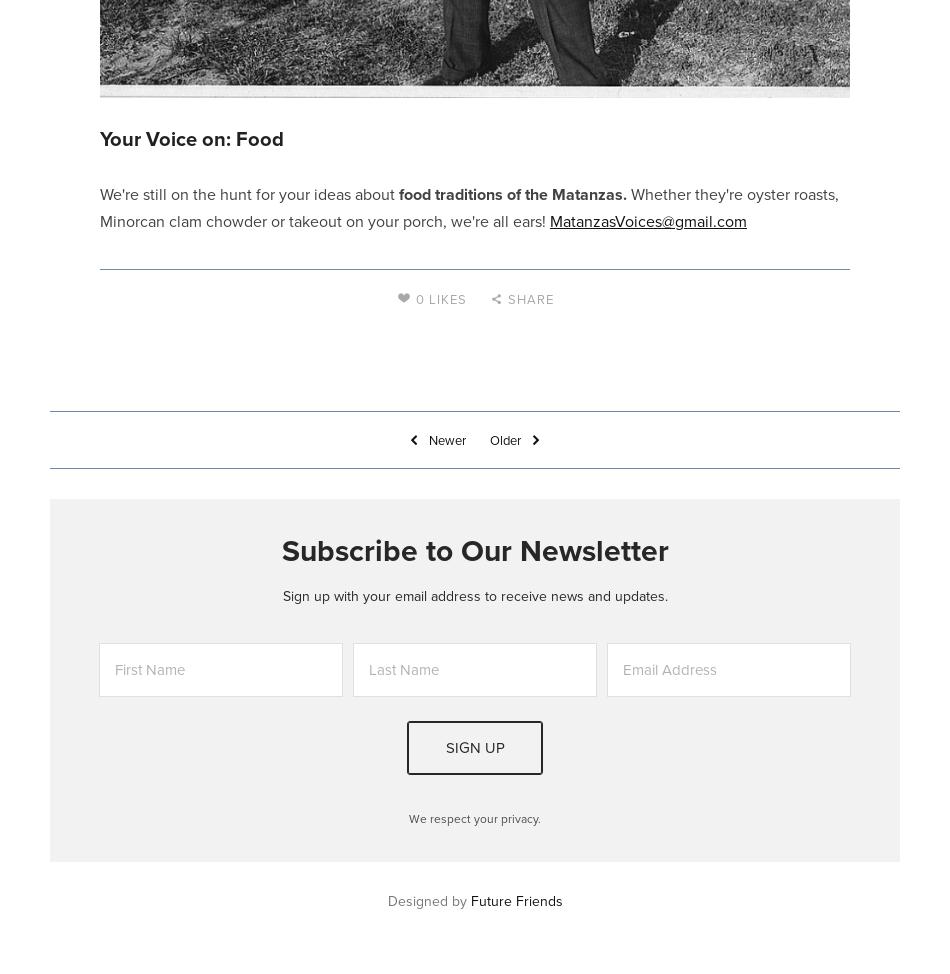 This screenshot has height=974, width=950. I want to click on 'Whether they're oyster roasts, Minorcan clam chowder or takeout on your porch, we're all ears!', so click(468, 206).